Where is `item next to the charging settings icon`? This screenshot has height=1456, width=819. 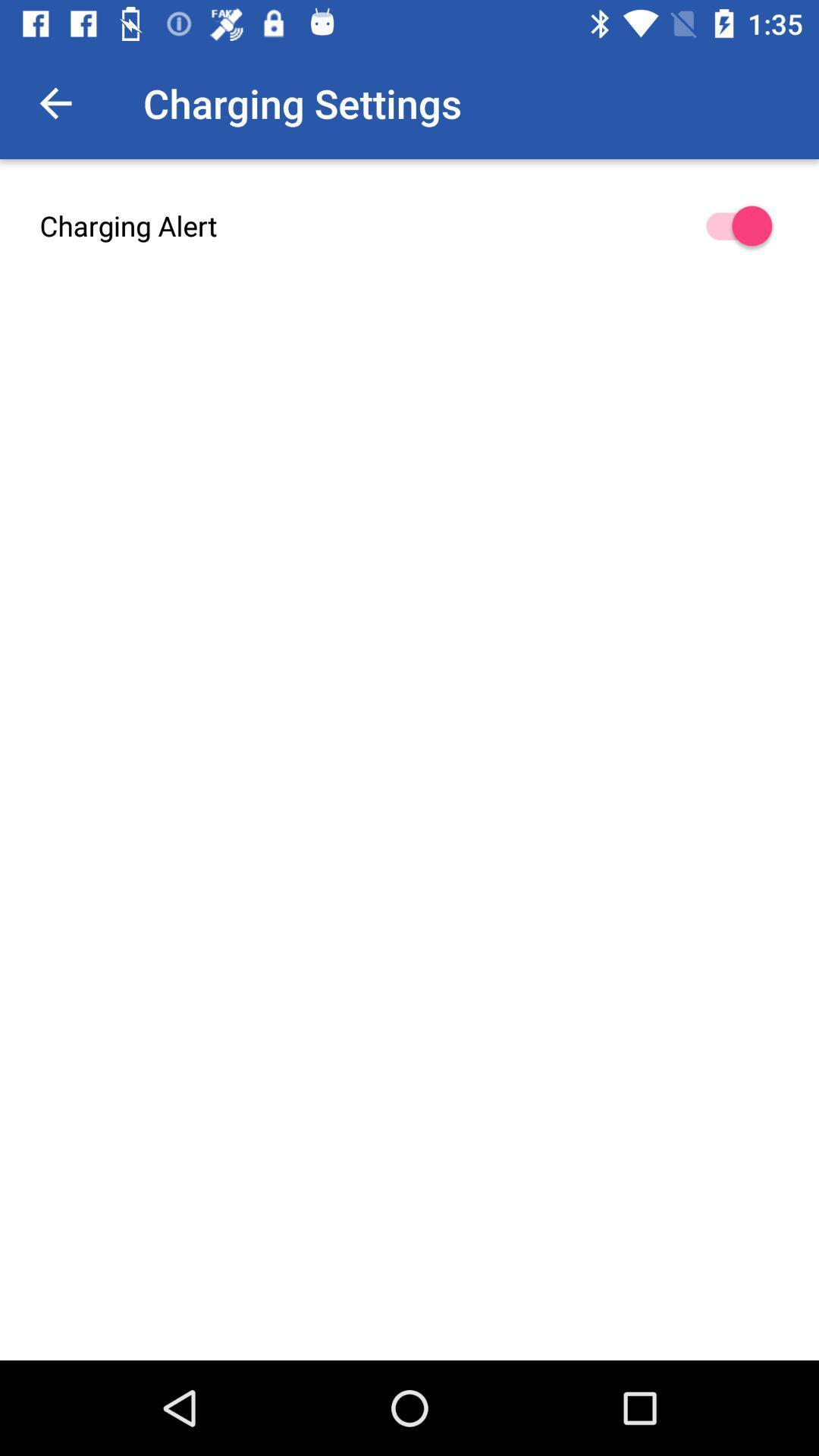
item next to the charging settings icon is located at coordinates (55, 102).